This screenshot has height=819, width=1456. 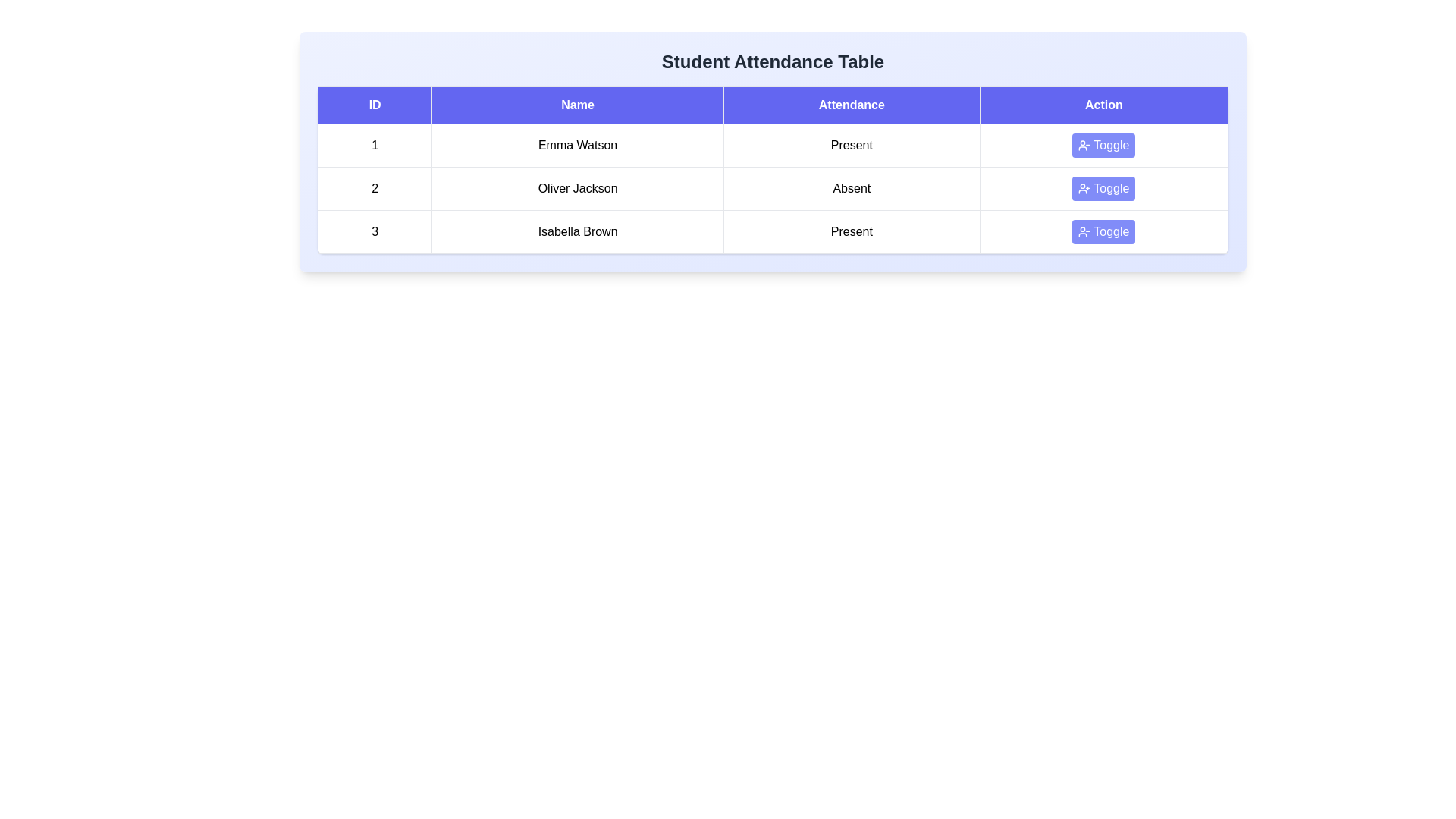 I want to click on the Table Cell displaying the identifier or serial number in the first row of the table, which is in the leftmost column labeled 'ID', so click(x=375, y=146).